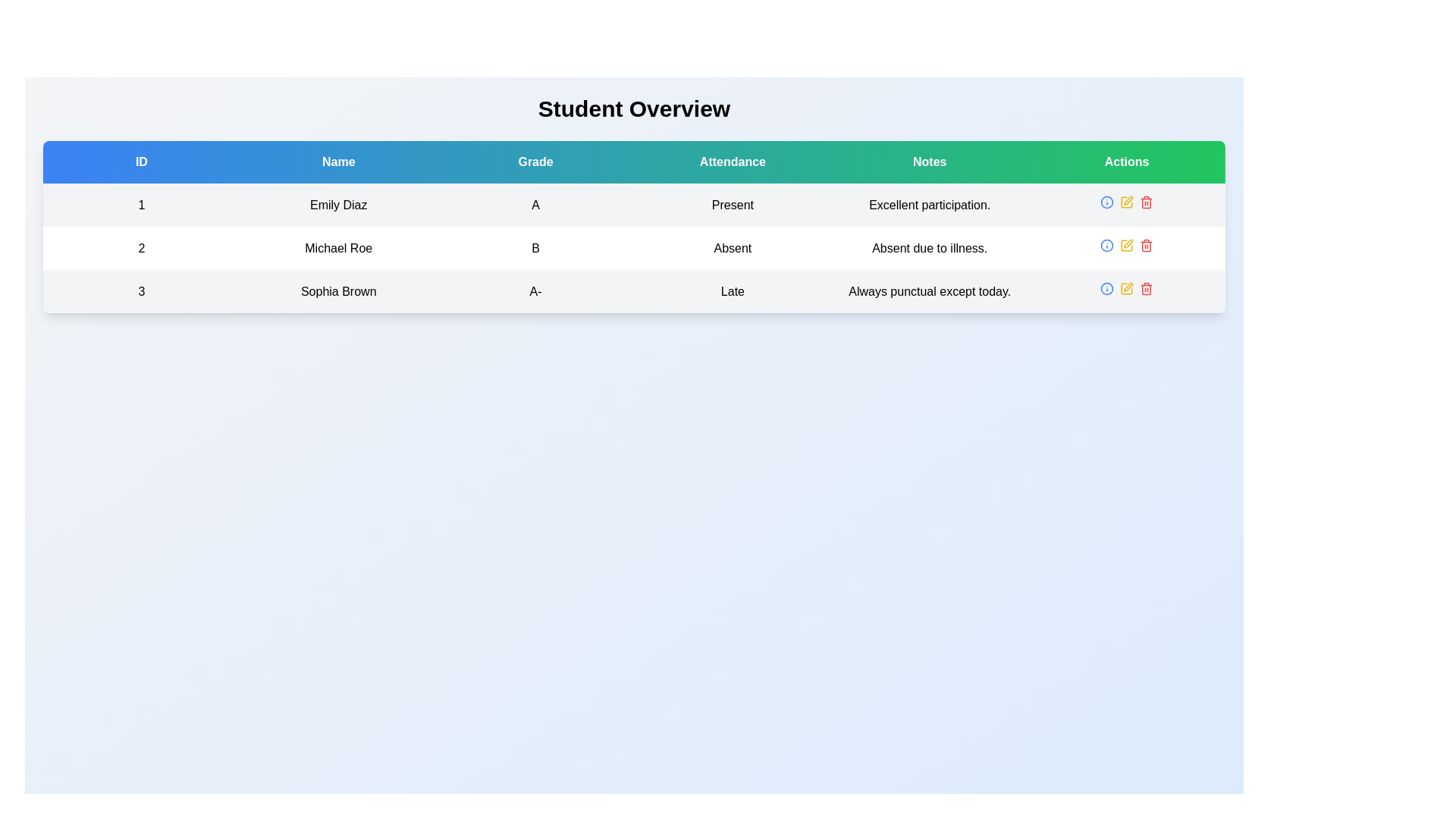 The image size is (1456, 819). What do you see at coordinates (141, 205) in the screenshot?
I see `the numerical value '1' in the first column and first row of the table under the header 'ID'` at bounding box center [141, 205].